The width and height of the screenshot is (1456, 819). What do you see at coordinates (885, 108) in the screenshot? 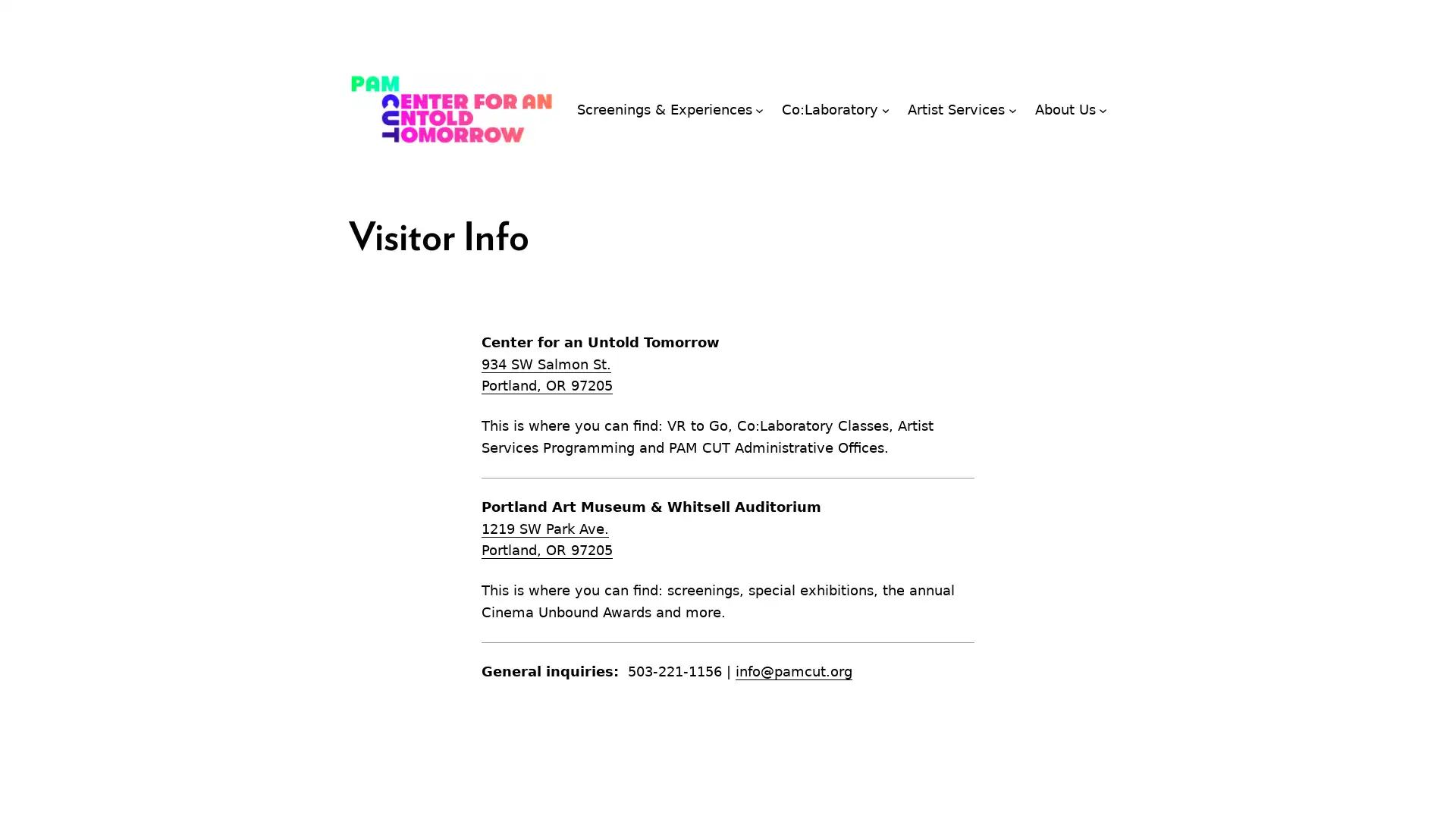
I see `Co:Laboratory submenu` at bounding box center [885, 108].